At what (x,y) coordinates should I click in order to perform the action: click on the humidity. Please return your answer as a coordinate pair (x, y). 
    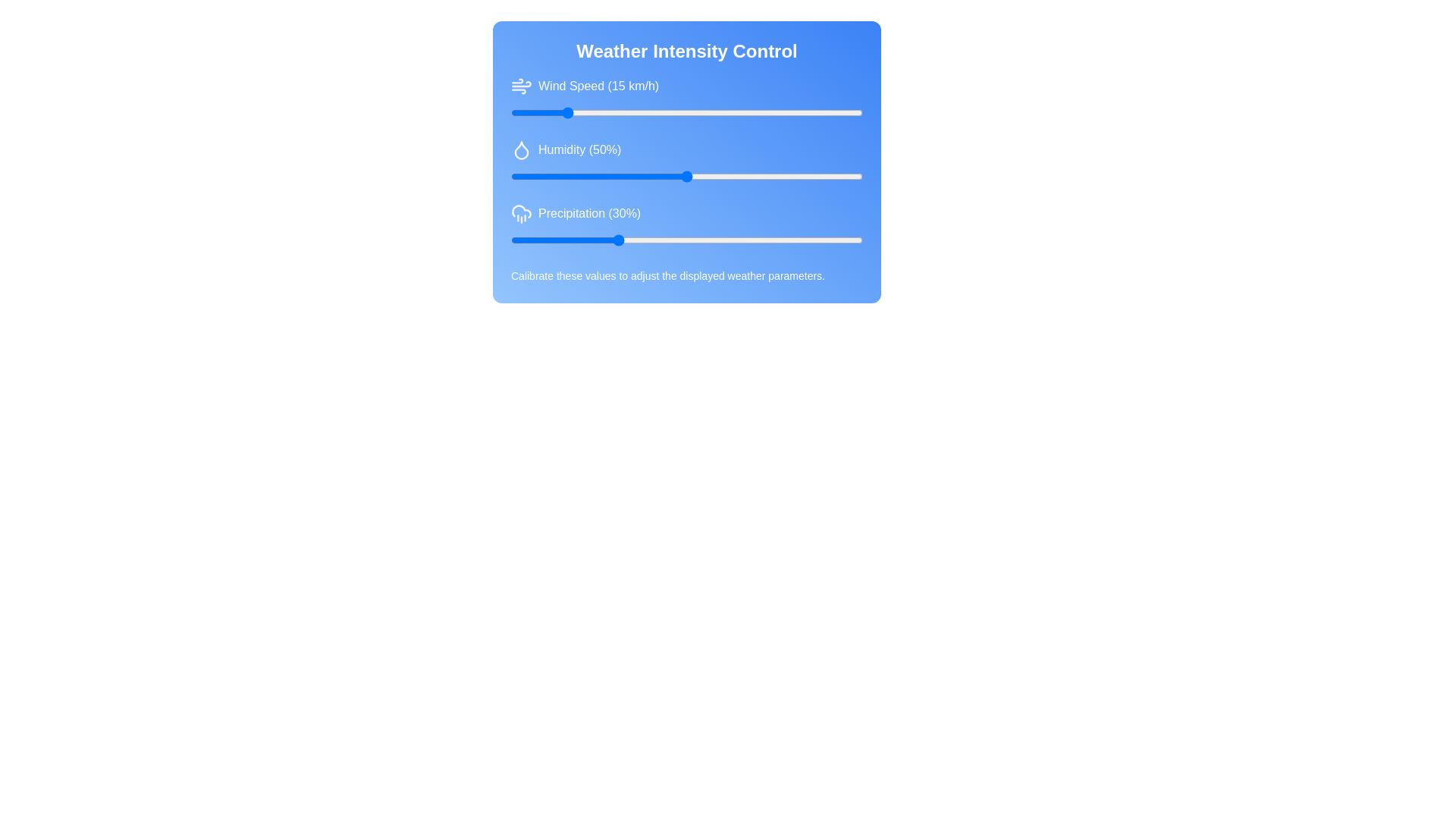
    Looking at the image, I should click on (754, 175).